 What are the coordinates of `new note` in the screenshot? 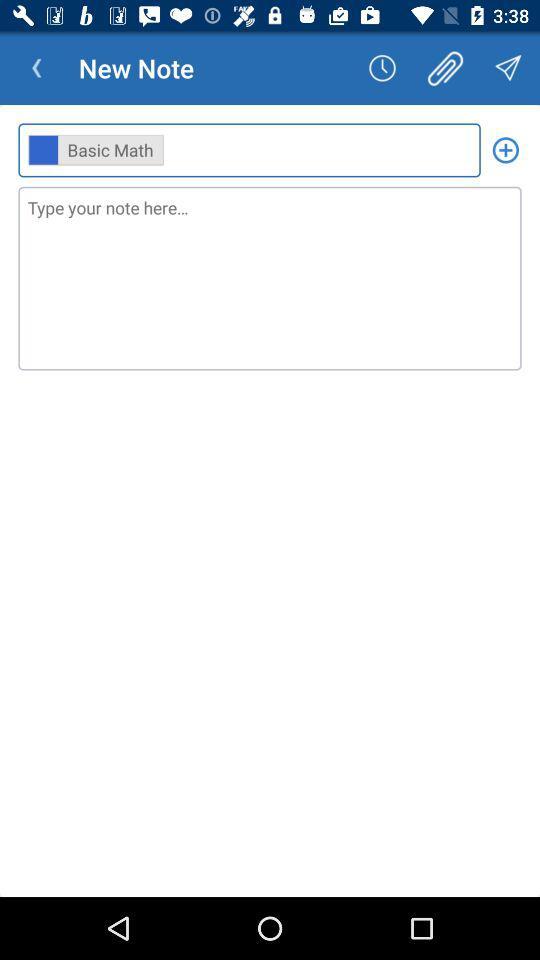 It's located at (504, 149).